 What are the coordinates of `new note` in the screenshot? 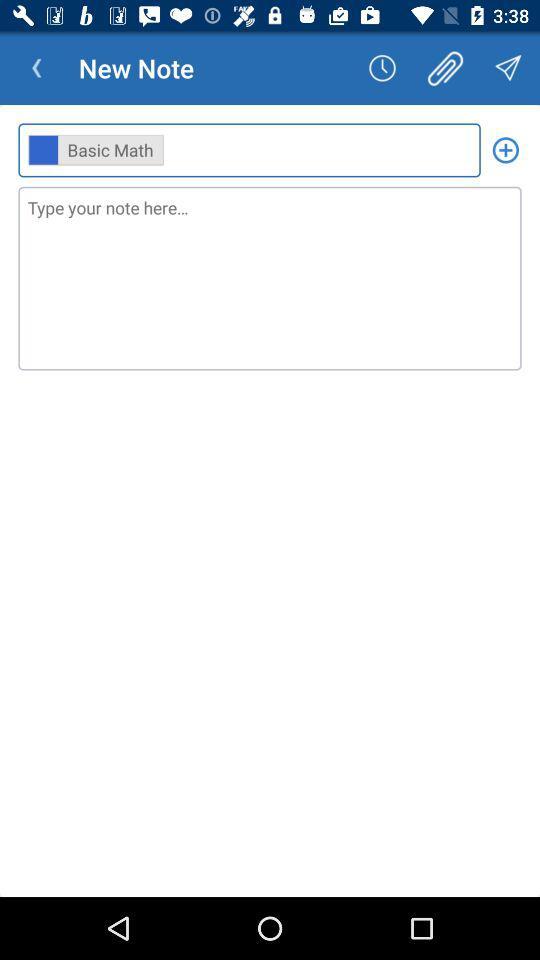 It's located at (504, 149).